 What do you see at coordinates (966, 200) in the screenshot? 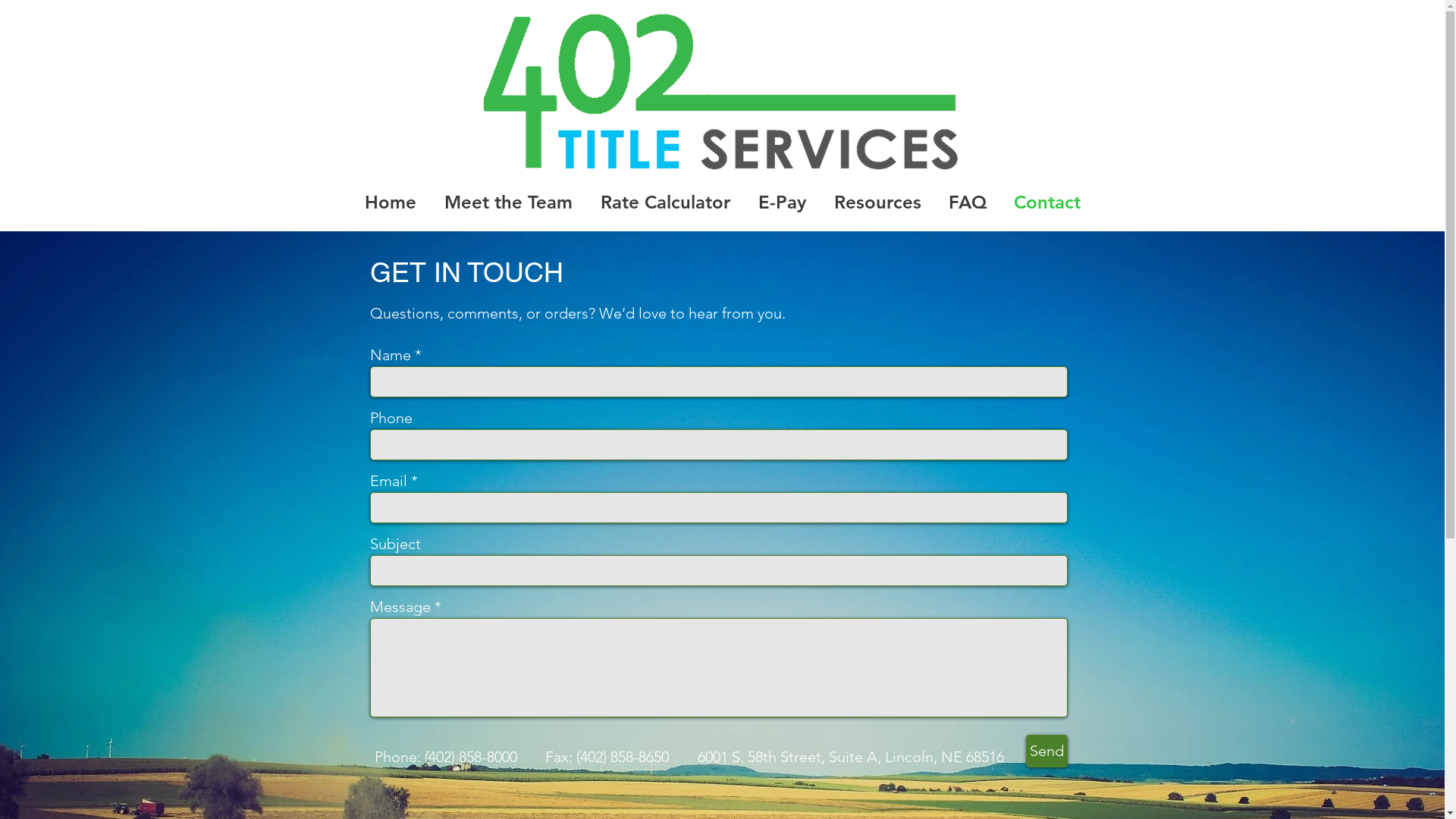
I see `'FAQ'` at bounding box center [966, 200].